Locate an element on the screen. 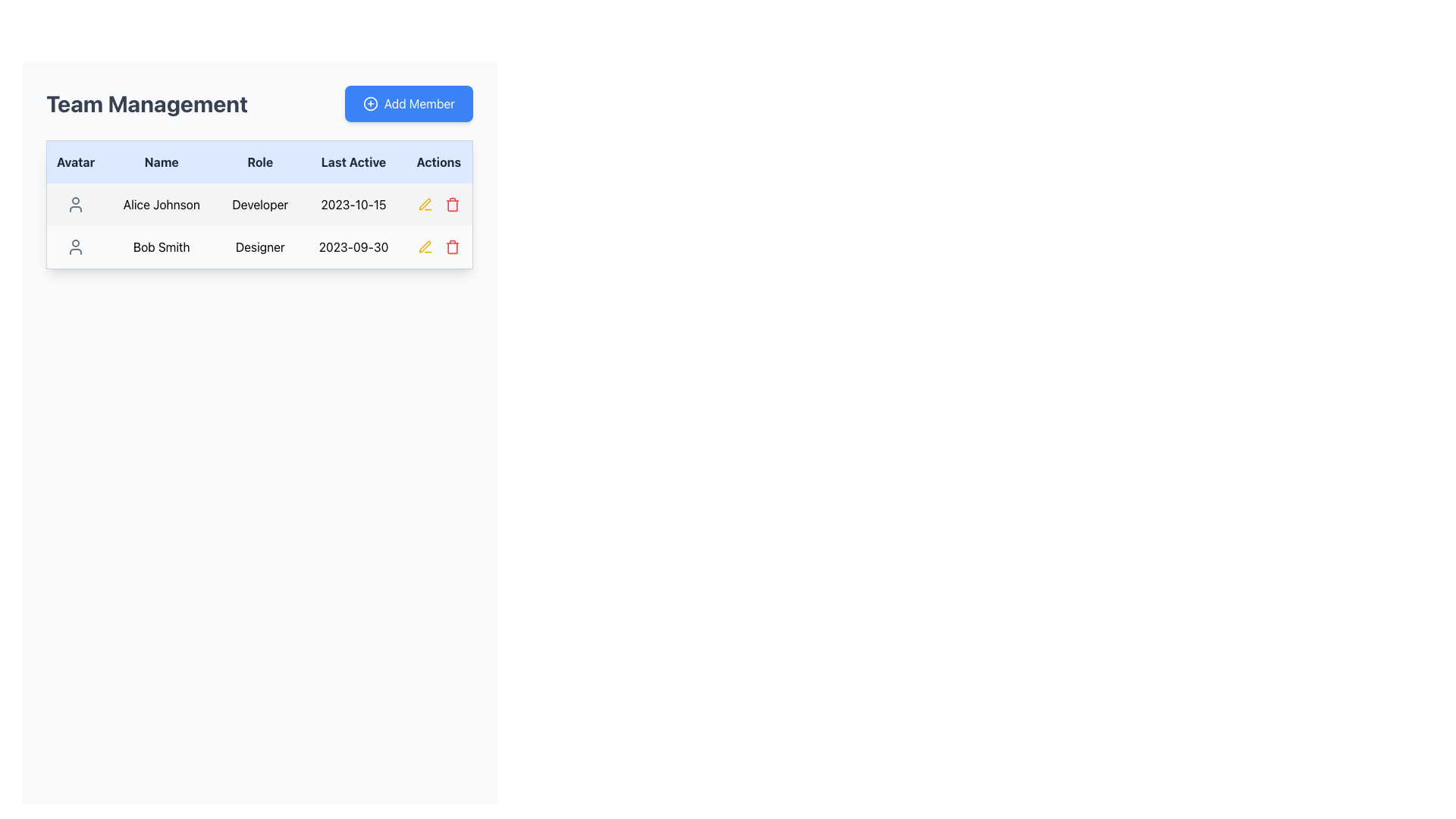 Image resolution: width=1456 pixels, height=819 pixels. the header label that categorizes the contents of the column below it, located between the 'Name' and 'Last Active' headers is located at coordinates (260, 162).